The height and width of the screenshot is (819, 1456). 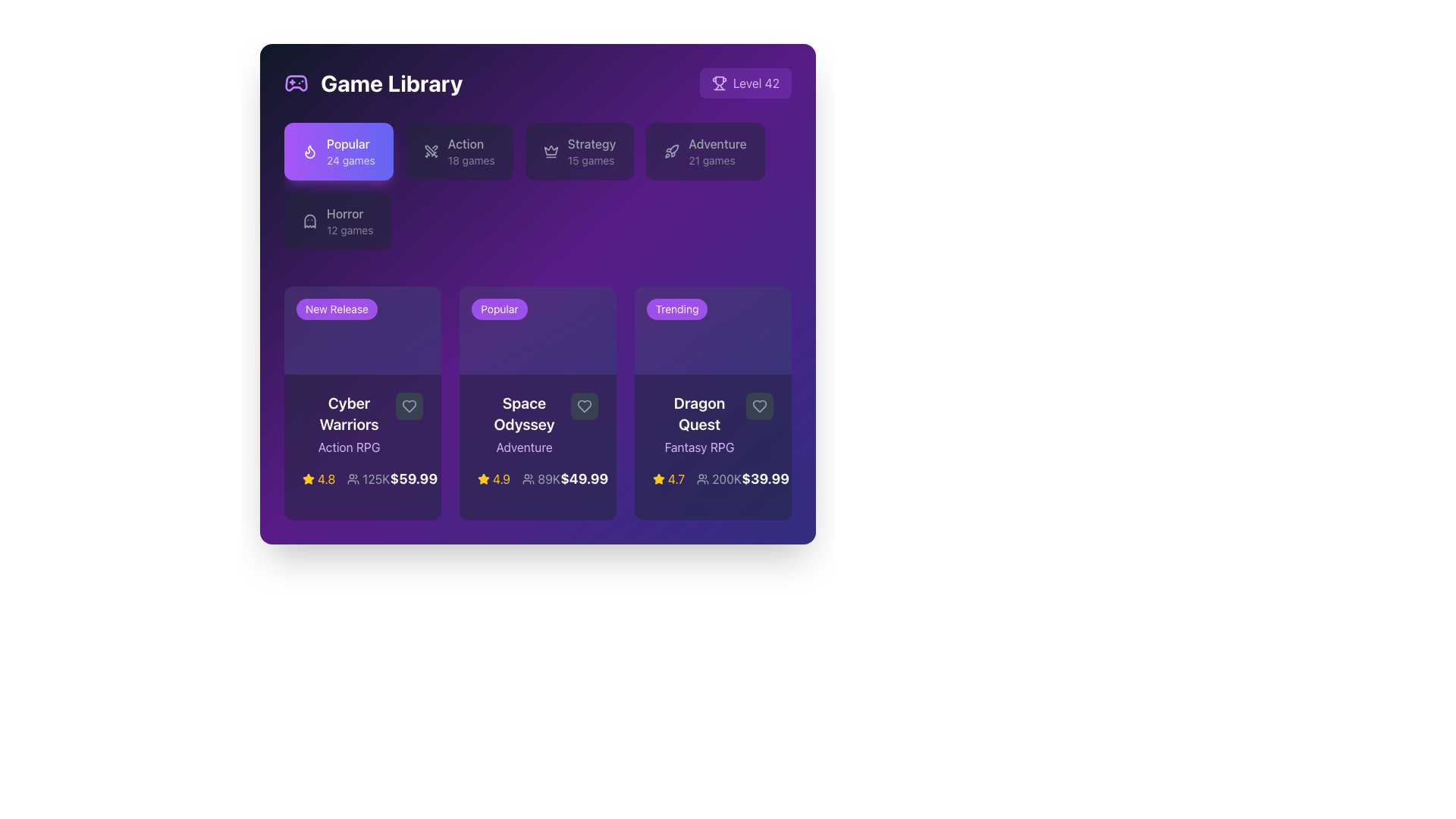 I want to click on text information from the 'Space Odyssey' element, which features a bold white title and a lighter purple subtitle, located in the second card of game listings, so click(x=538, y=425).